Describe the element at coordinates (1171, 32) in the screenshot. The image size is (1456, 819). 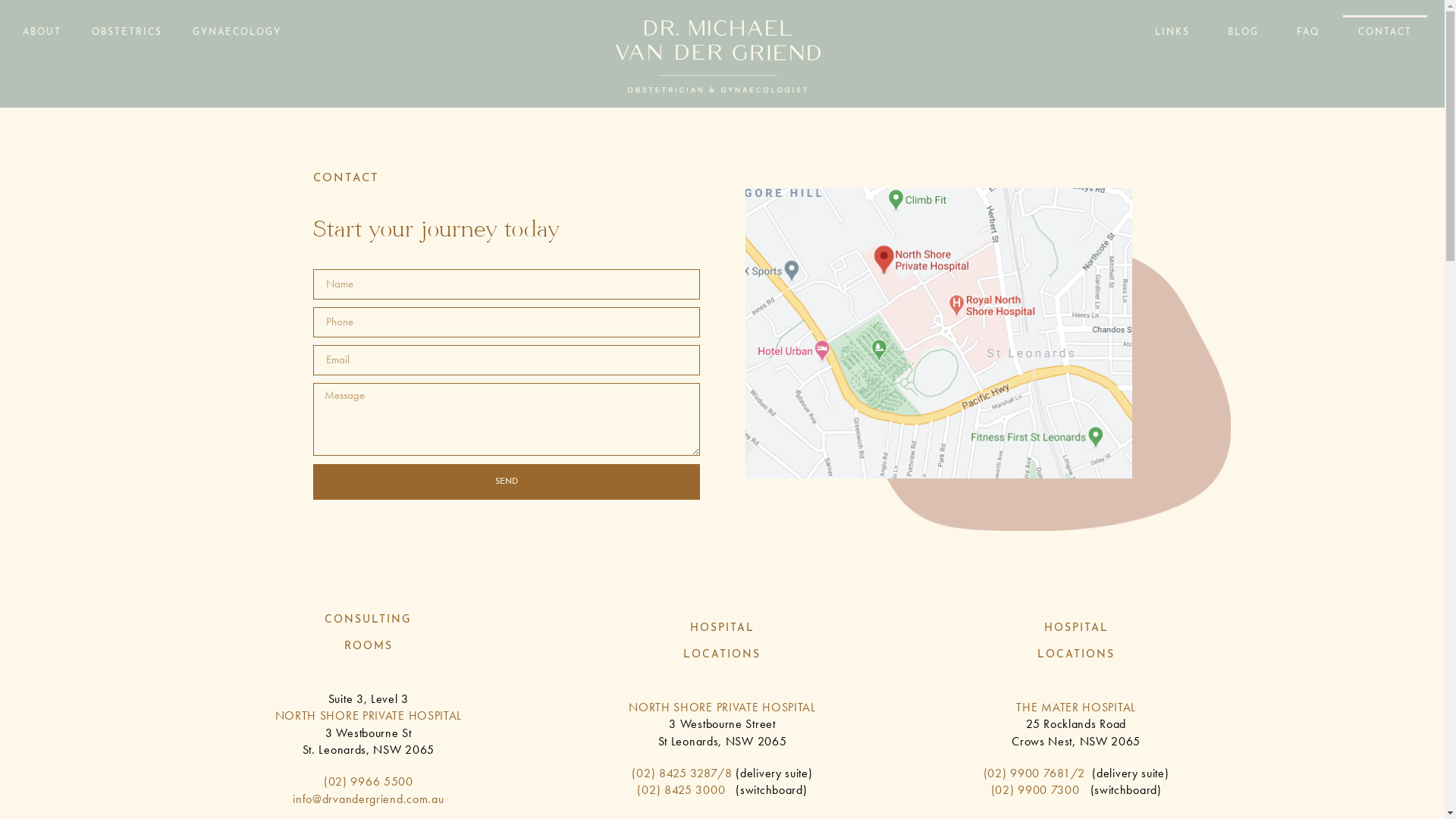
I see `'LINKS'` at that location.